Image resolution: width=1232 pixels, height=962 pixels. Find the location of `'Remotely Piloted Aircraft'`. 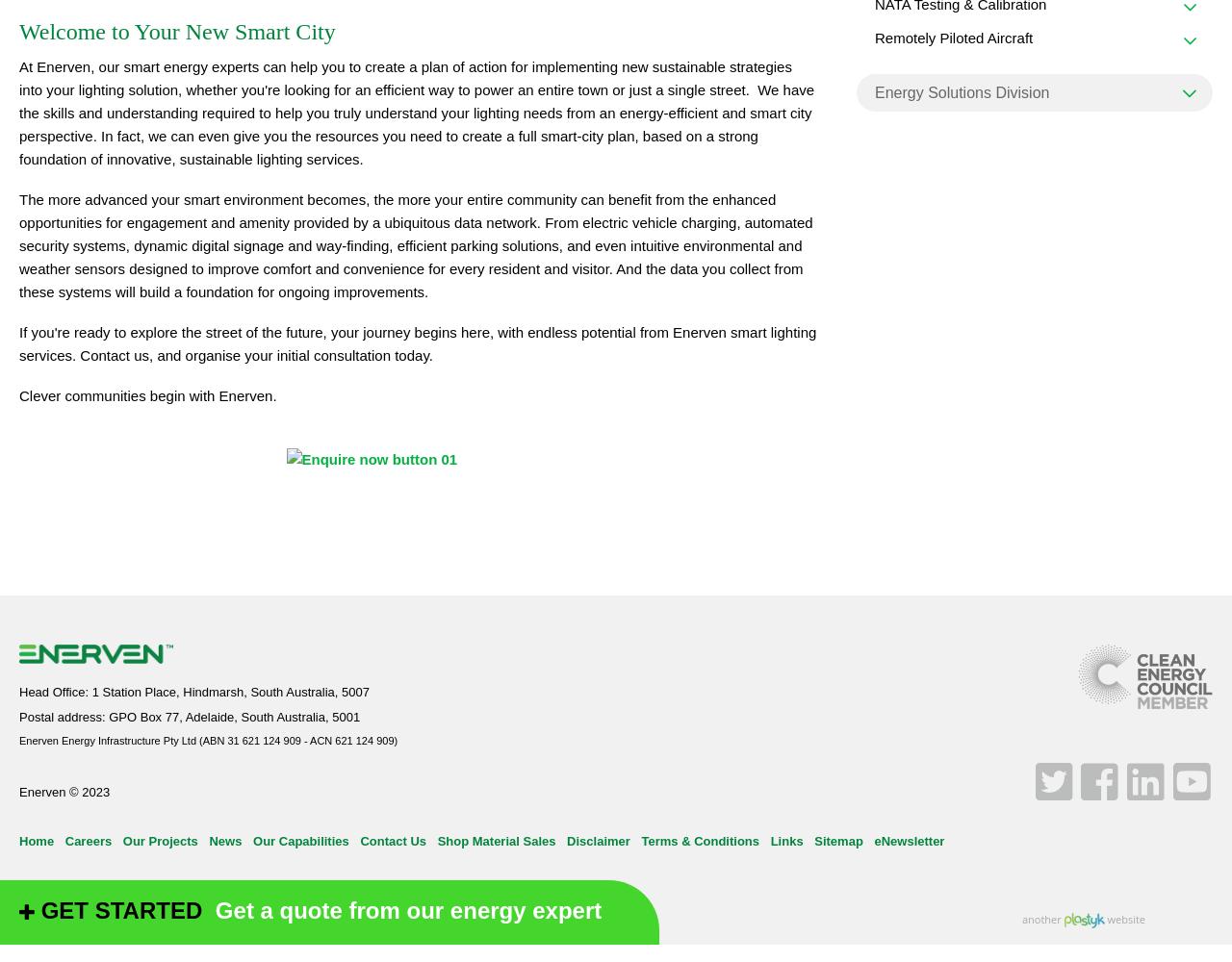

'Remotely Piloted Aircraft' is located at coordinates (874, 38).